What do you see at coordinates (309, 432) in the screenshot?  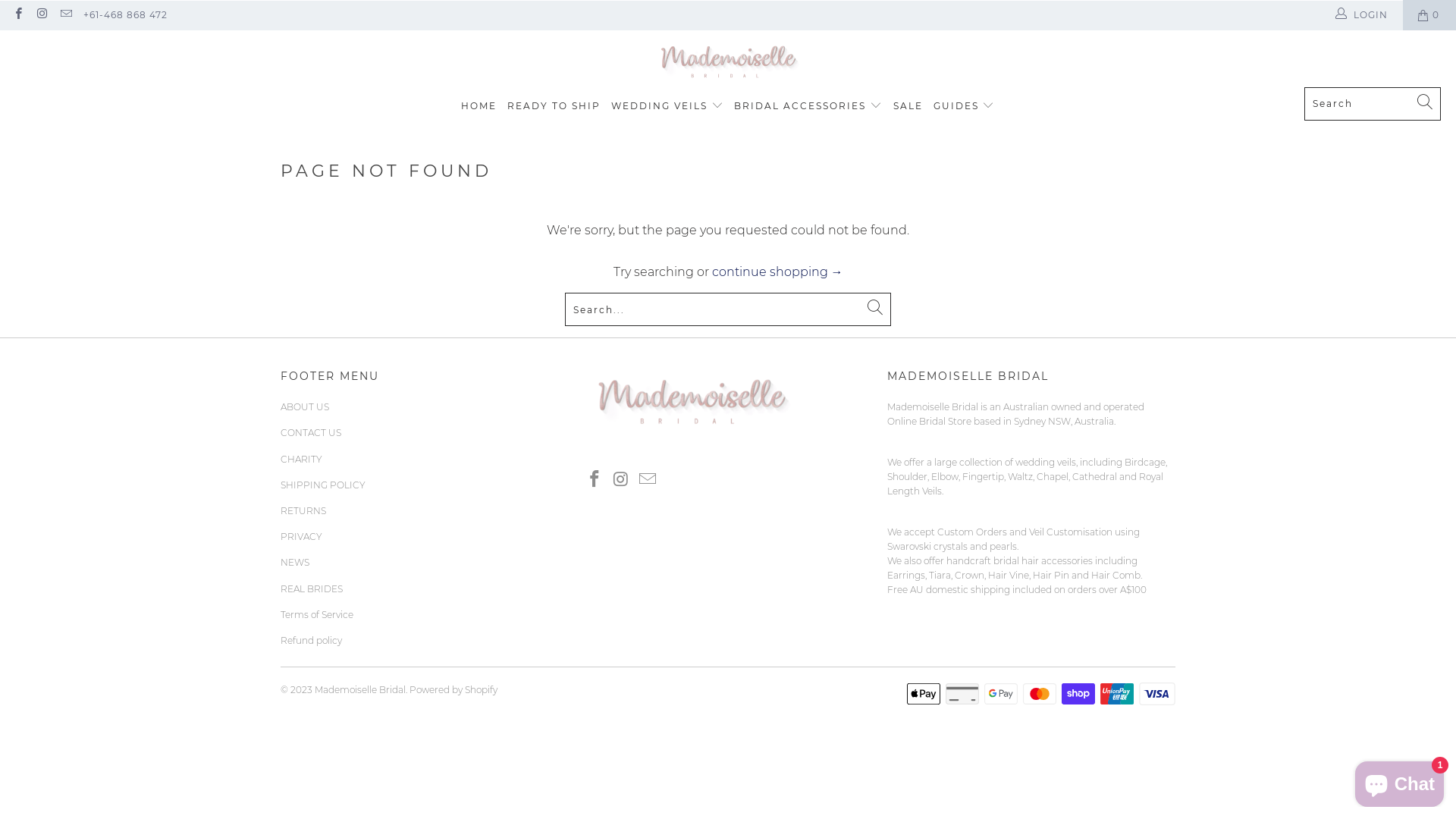 I see `'CONTACT US'` at bounding box center [309, 432].